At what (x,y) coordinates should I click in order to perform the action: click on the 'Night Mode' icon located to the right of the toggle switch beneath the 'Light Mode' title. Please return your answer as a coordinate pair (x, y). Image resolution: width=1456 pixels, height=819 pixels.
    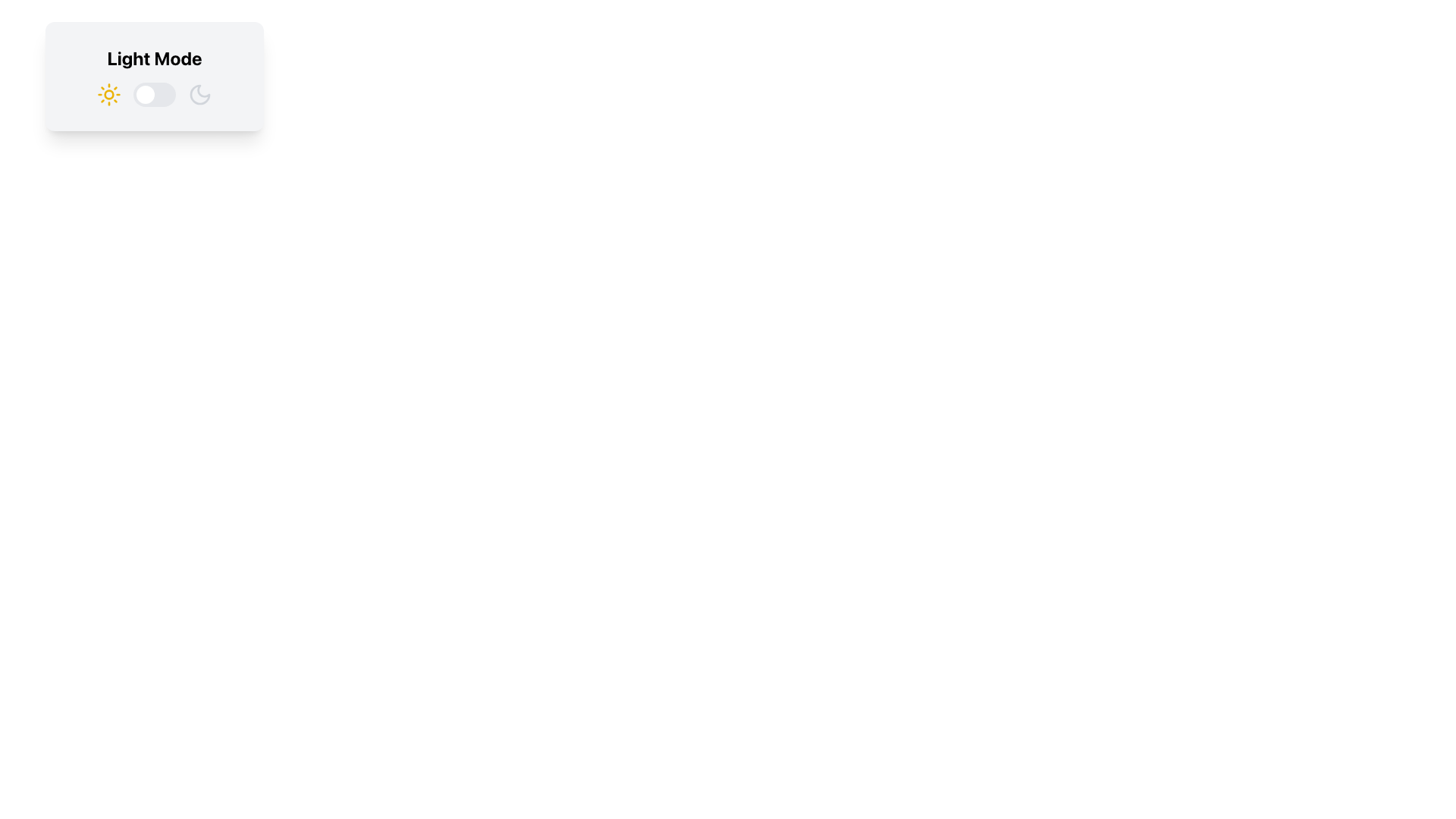
    Looking at the image, I should click on (199, 94).